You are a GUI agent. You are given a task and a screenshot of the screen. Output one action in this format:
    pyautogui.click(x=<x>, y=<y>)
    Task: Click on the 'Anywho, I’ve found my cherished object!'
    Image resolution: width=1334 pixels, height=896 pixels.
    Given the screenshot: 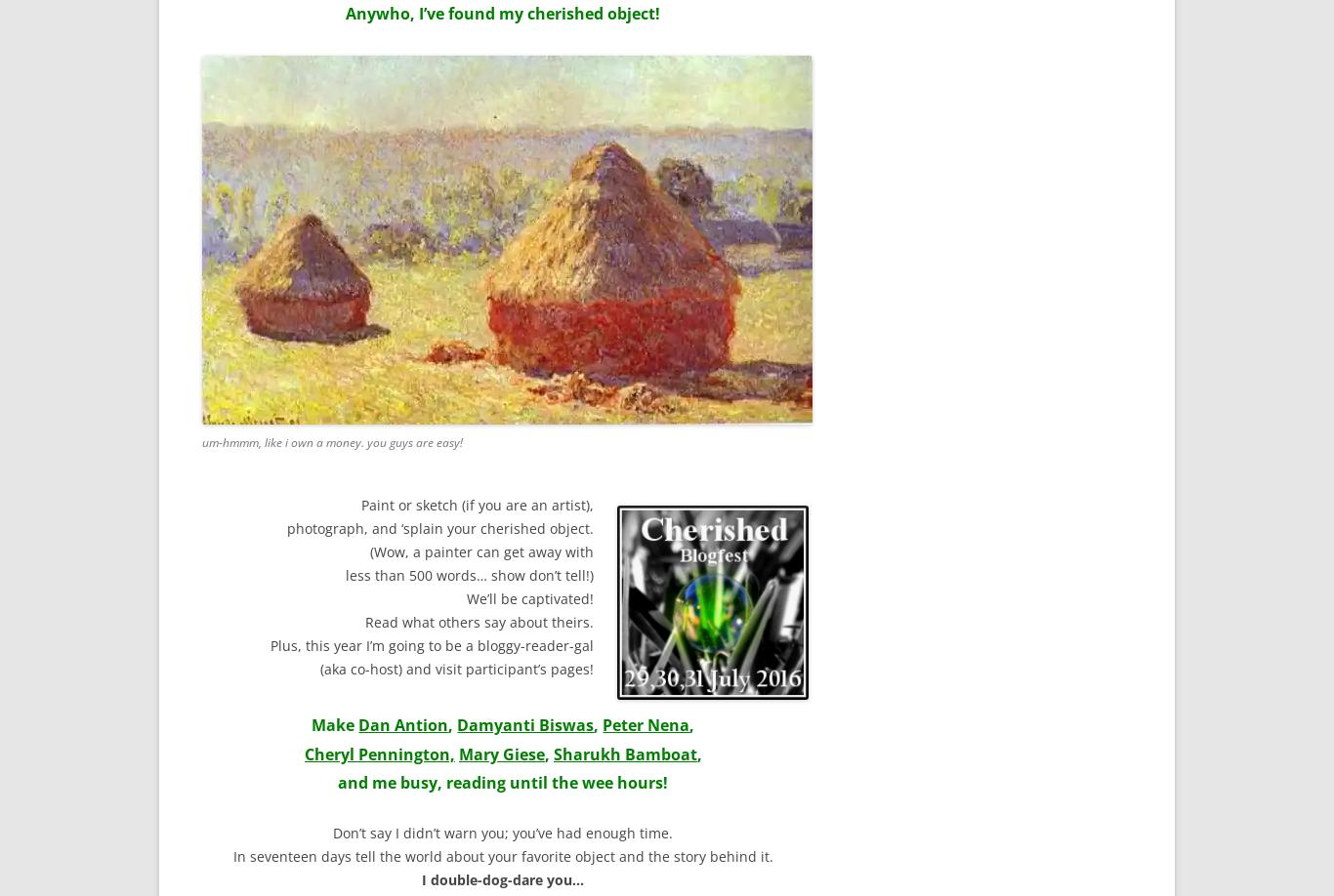 What is the action you would take?
    pyautogui.click(x=502, y=13)
    